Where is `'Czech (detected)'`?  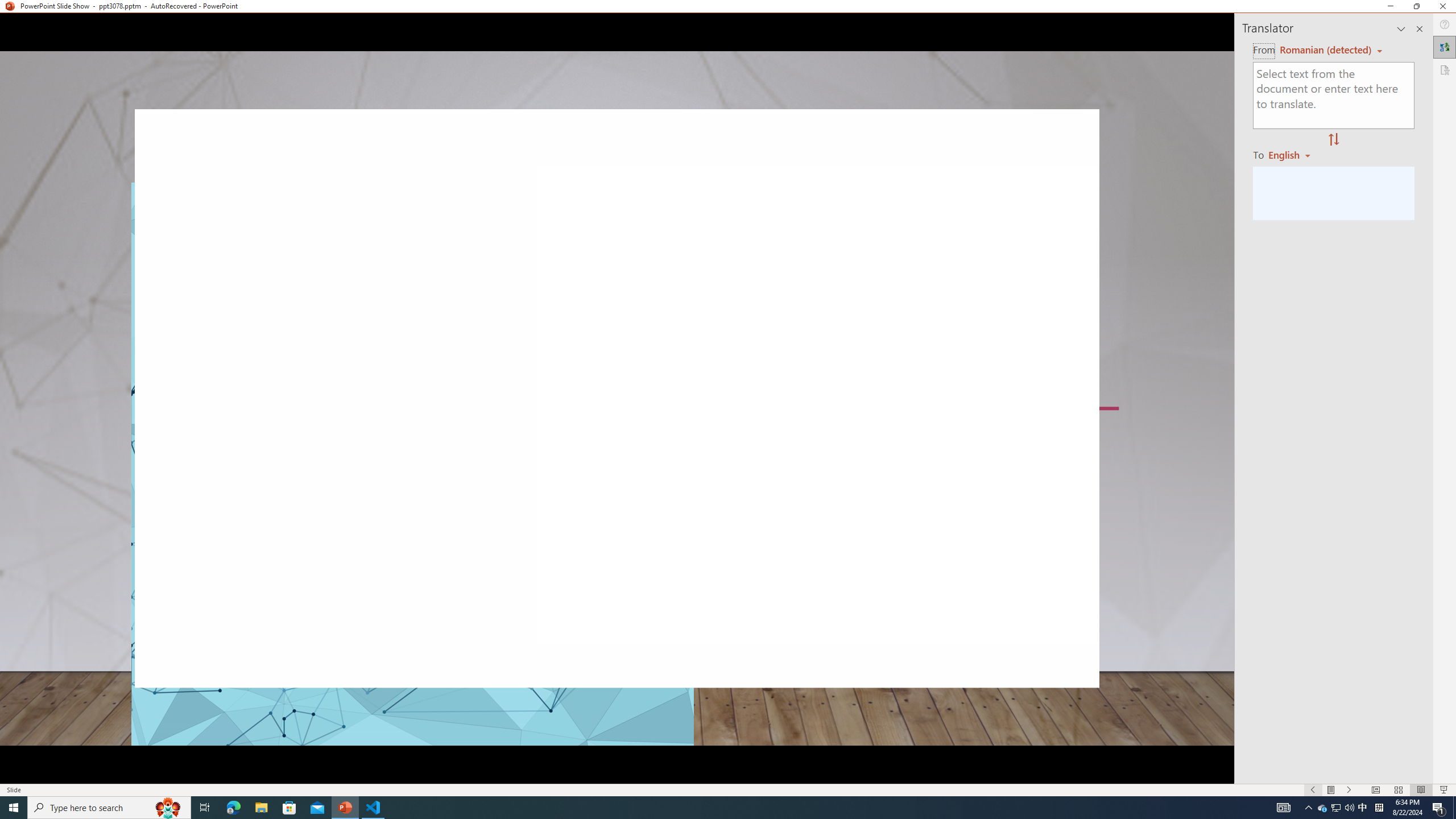 'Czech (detected)' is located at coordinates (1323, 50).